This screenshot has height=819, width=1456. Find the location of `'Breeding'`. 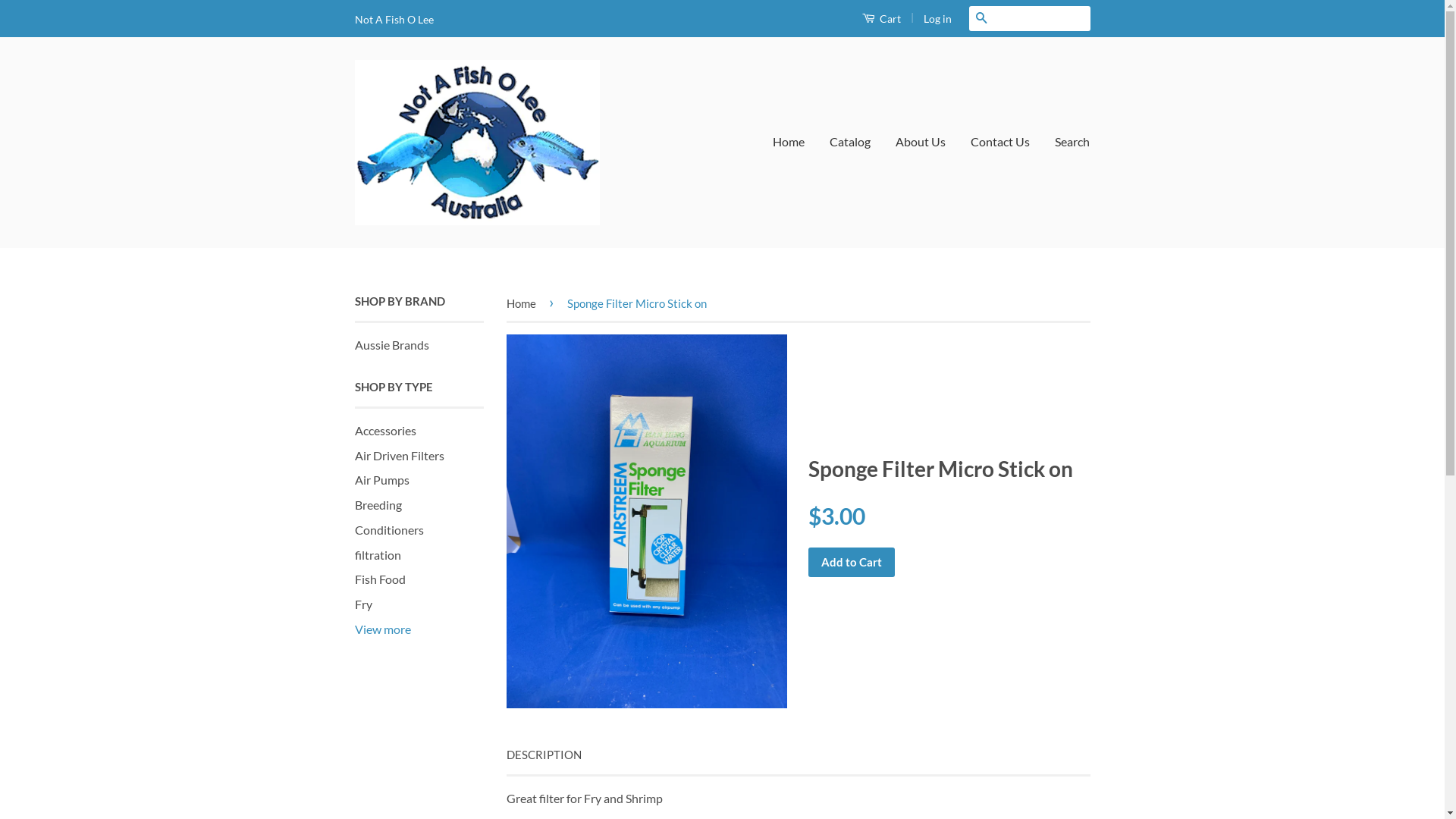

'Breeding' is located at coordinates (353, 504).